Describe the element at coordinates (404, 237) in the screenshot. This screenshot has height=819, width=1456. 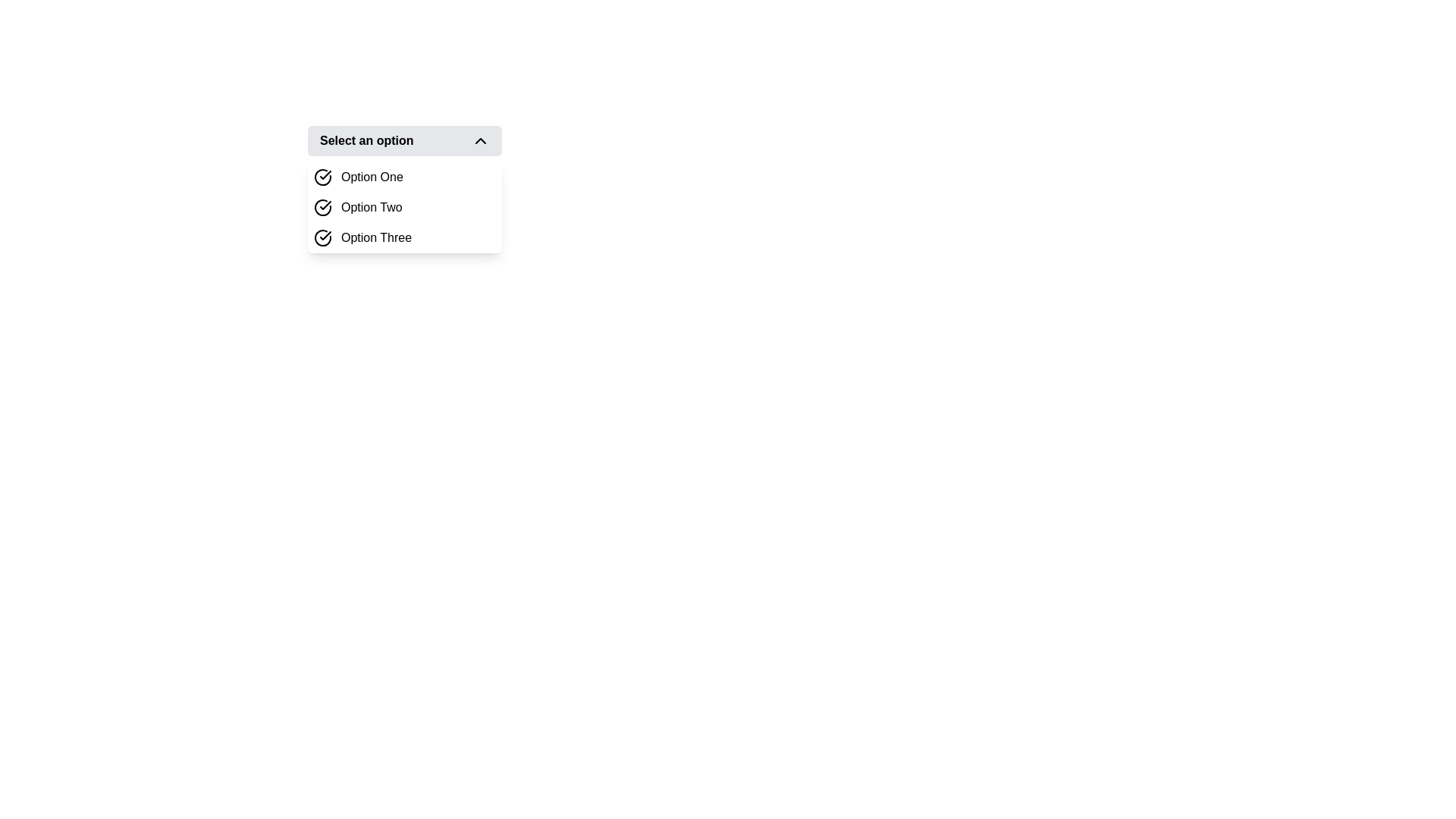
I see `to select the third item labeled 'Option Three' in the dropdown menu, which is located below the label 'Select an option'` at that location.